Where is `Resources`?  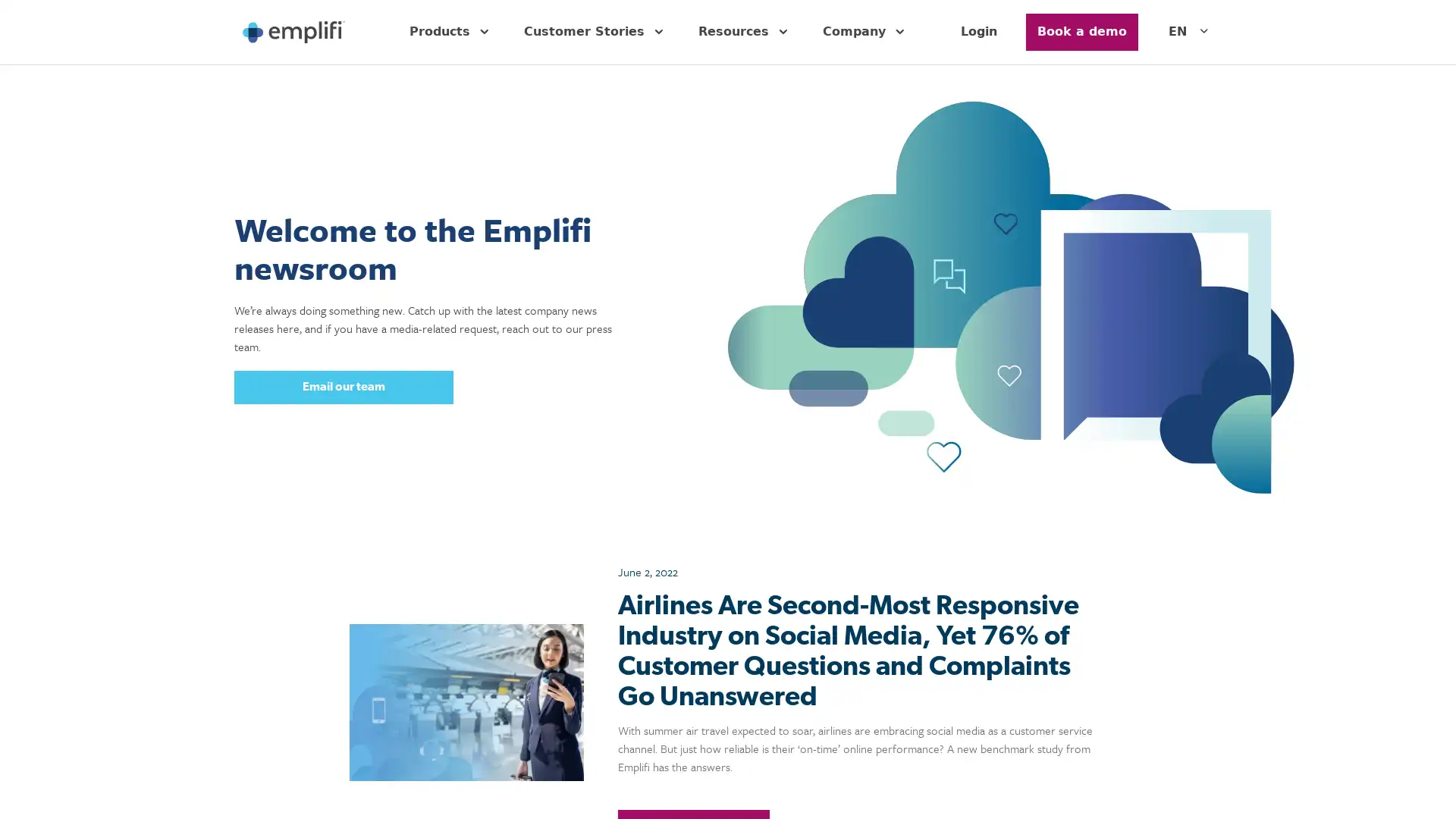 Resources is located at coordinates (745, 32).